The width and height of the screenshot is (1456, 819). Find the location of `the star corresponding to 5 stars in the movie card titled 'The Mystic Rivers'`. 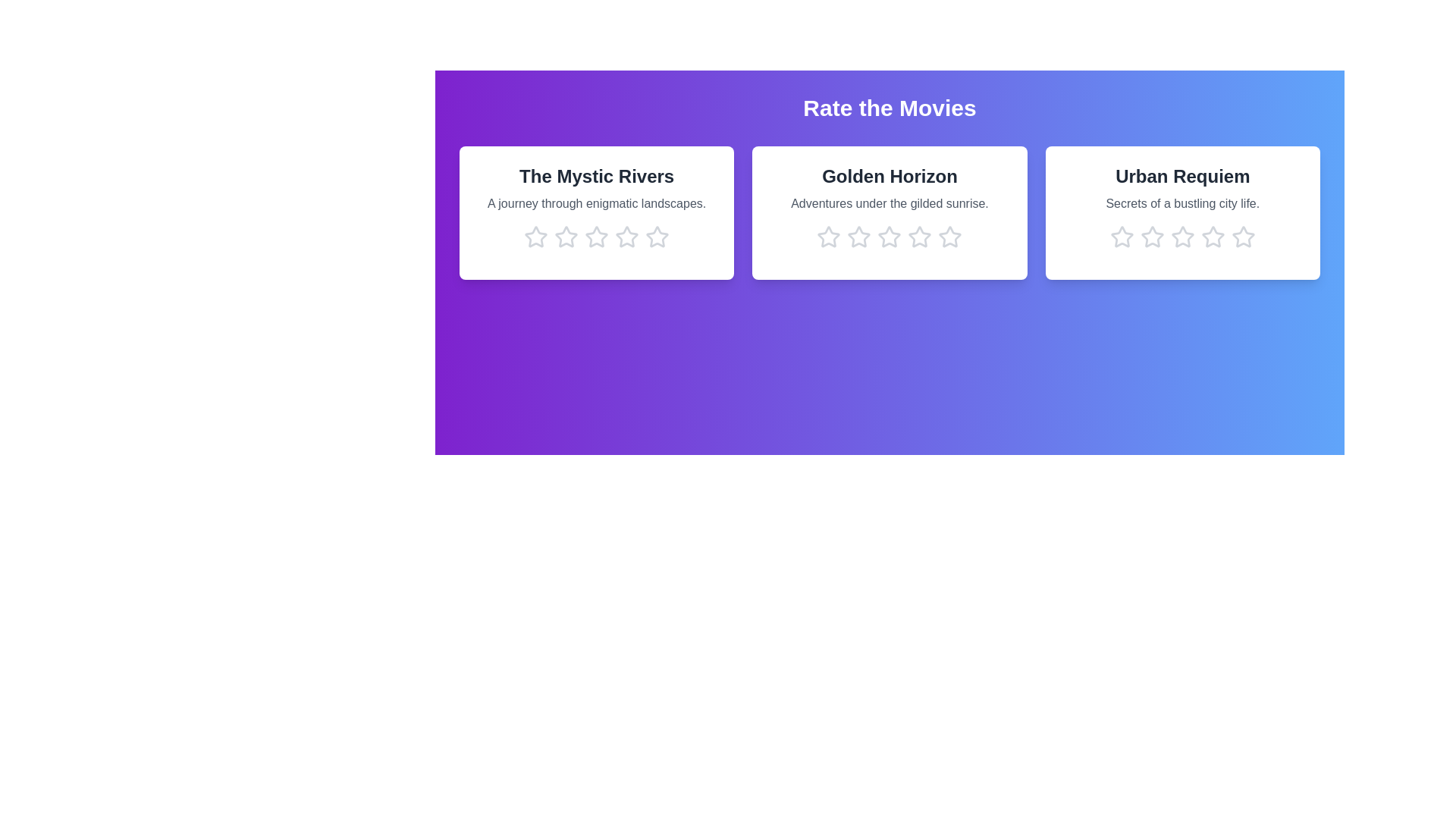

the star corresponding to 5 stars in the movie card titled 'The Mystic Rivers' is located at coordinates (657, 237).